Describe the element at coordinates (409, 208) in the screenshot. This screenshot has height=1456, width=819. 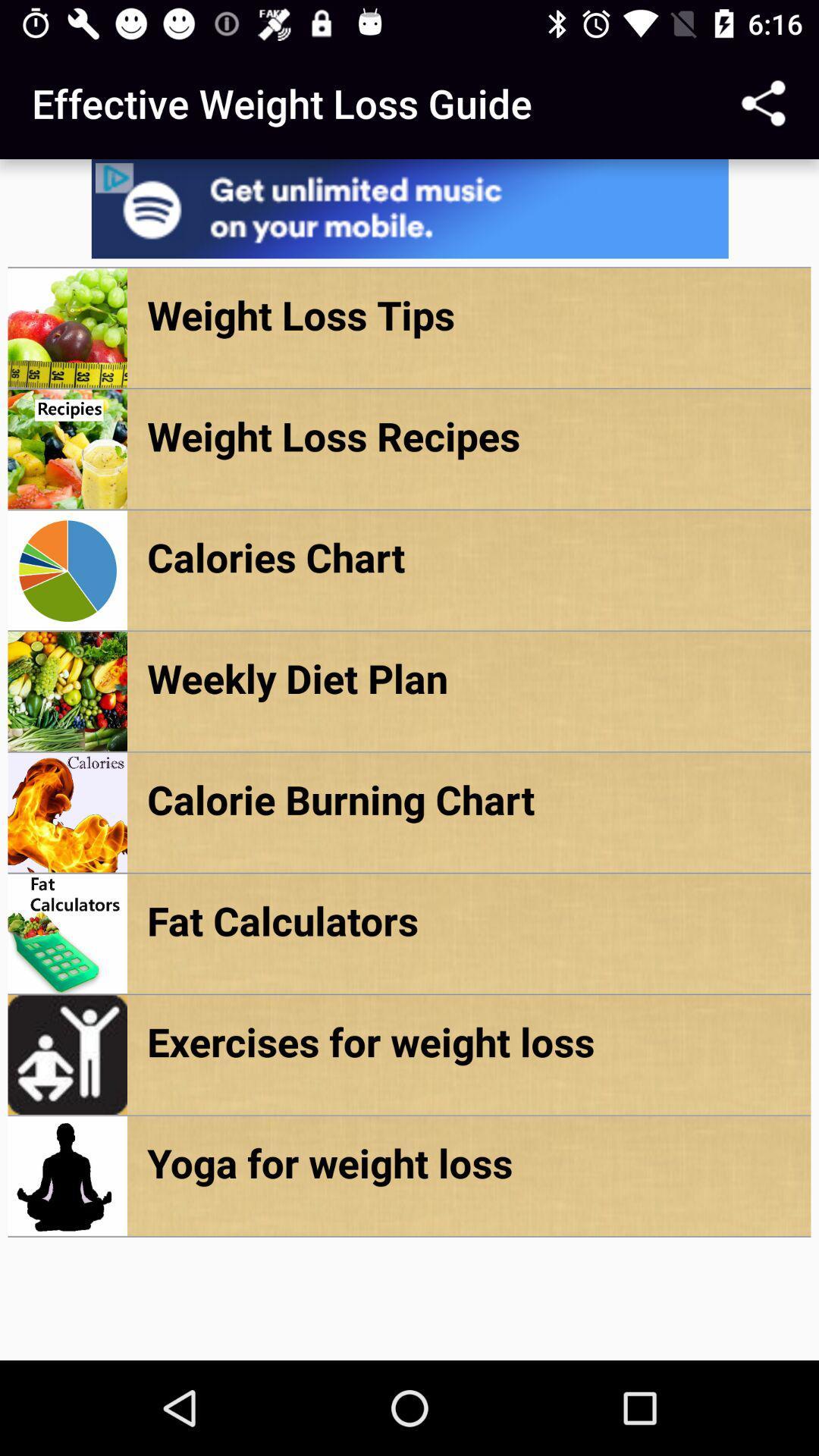
I see `advertisement` at that location.